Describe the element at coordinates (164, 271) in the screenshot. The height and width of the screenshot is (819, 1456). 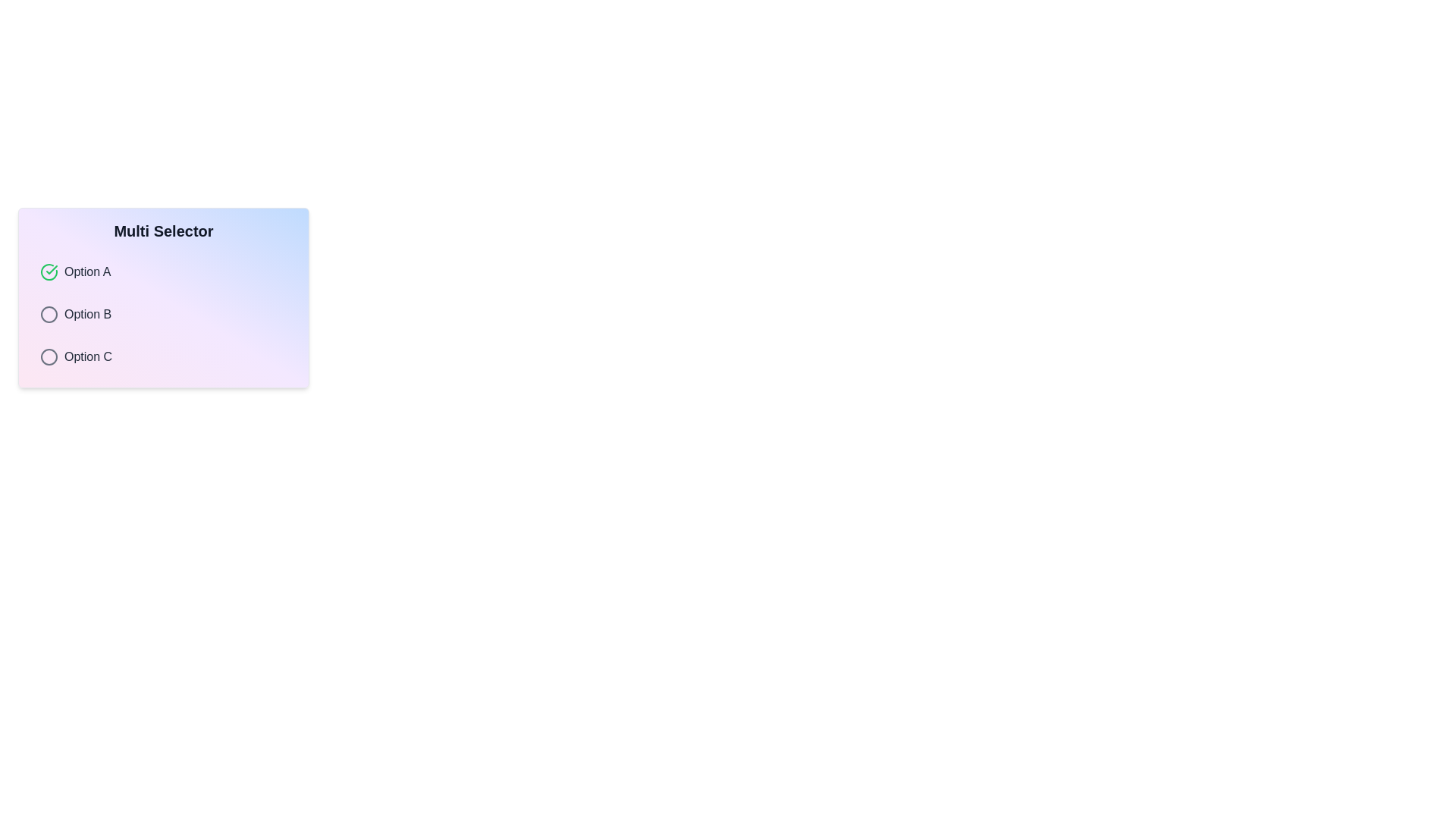
I see `the option Option A from the list` at that location.